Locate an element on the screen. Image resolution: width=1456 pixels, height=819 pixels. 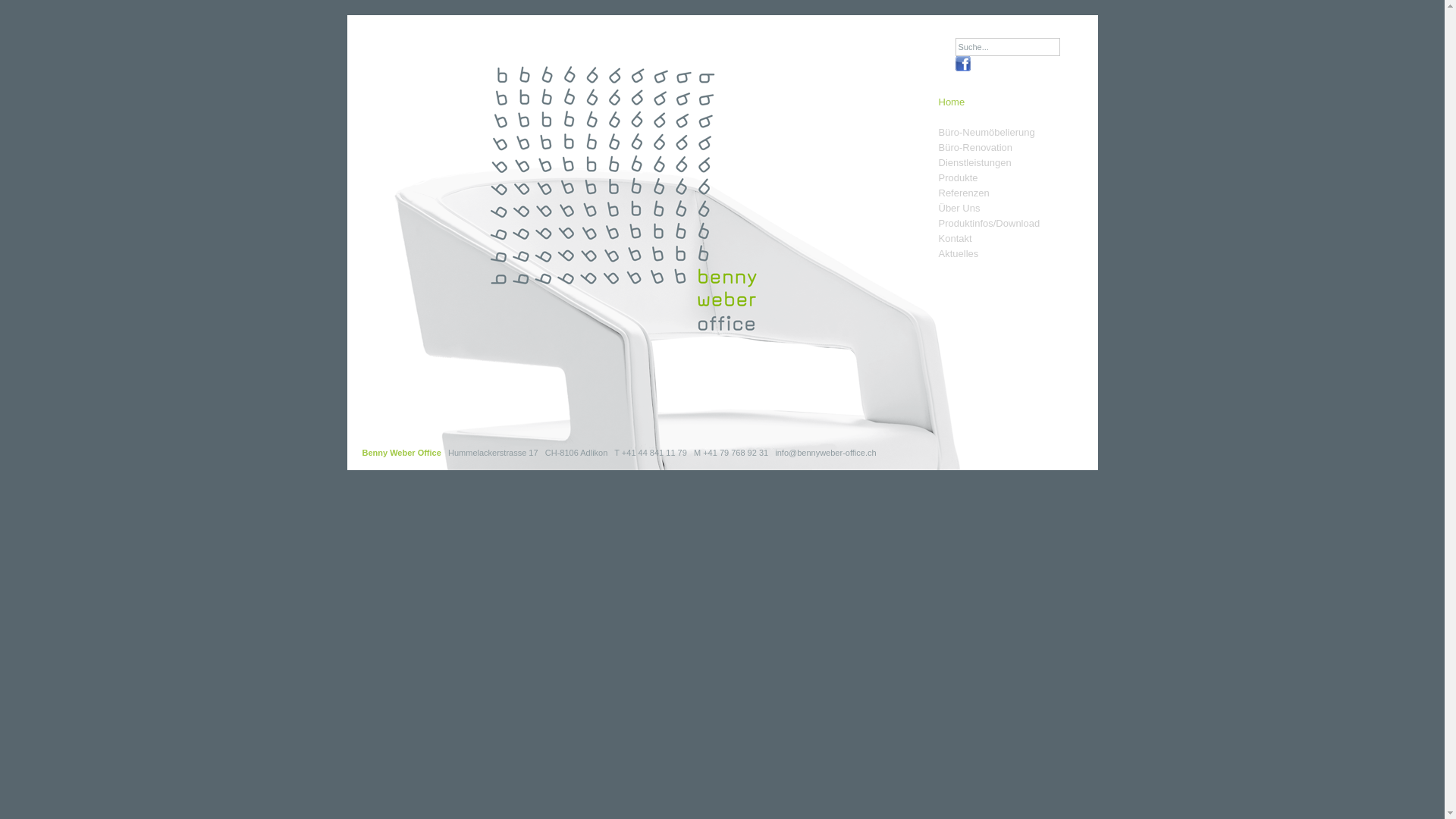
'Home' is located at coordinates (951, 109).